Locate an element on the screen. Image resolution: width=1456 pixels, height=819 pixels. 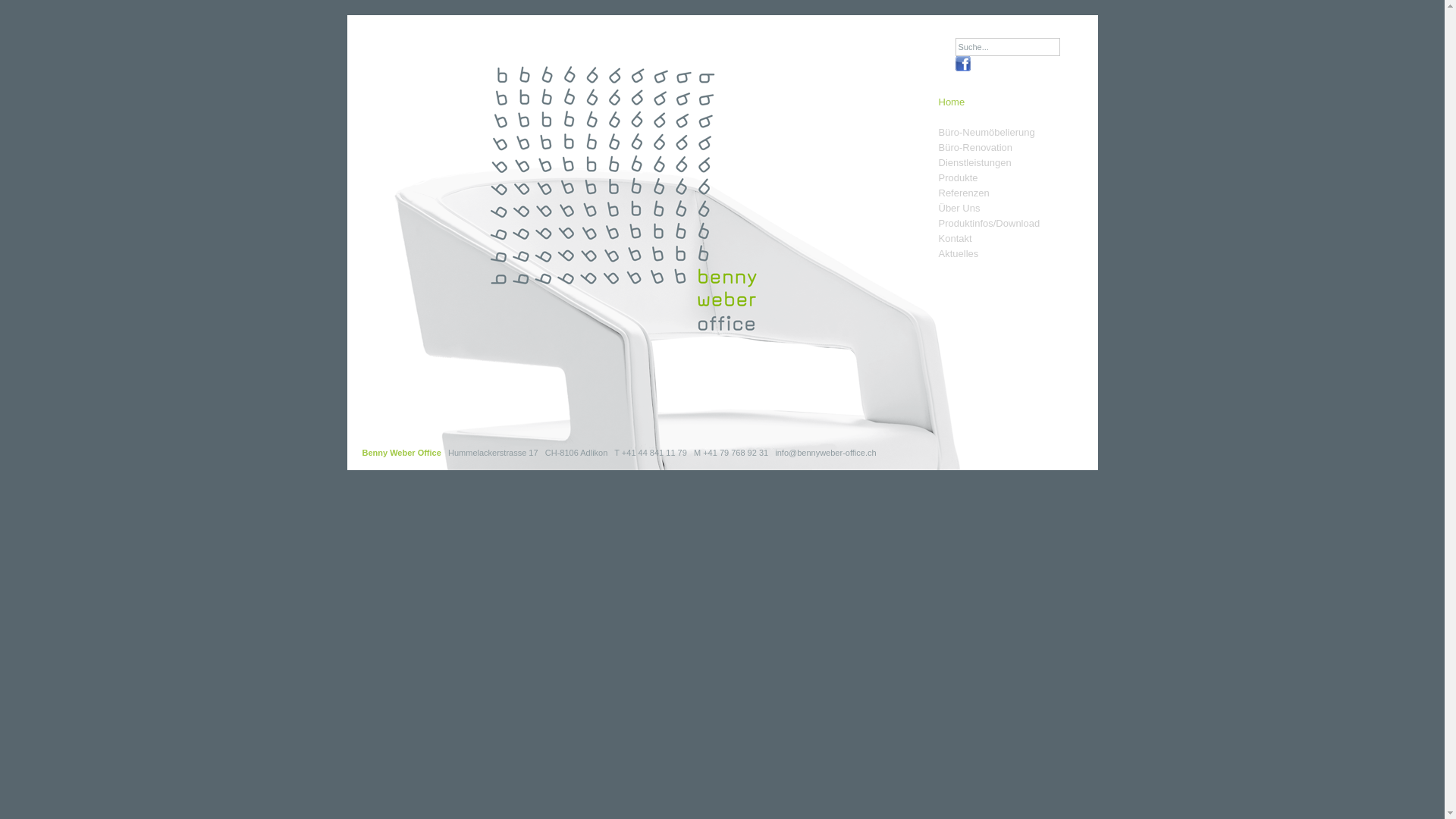
'Home' is located at coordinates (951, 109).